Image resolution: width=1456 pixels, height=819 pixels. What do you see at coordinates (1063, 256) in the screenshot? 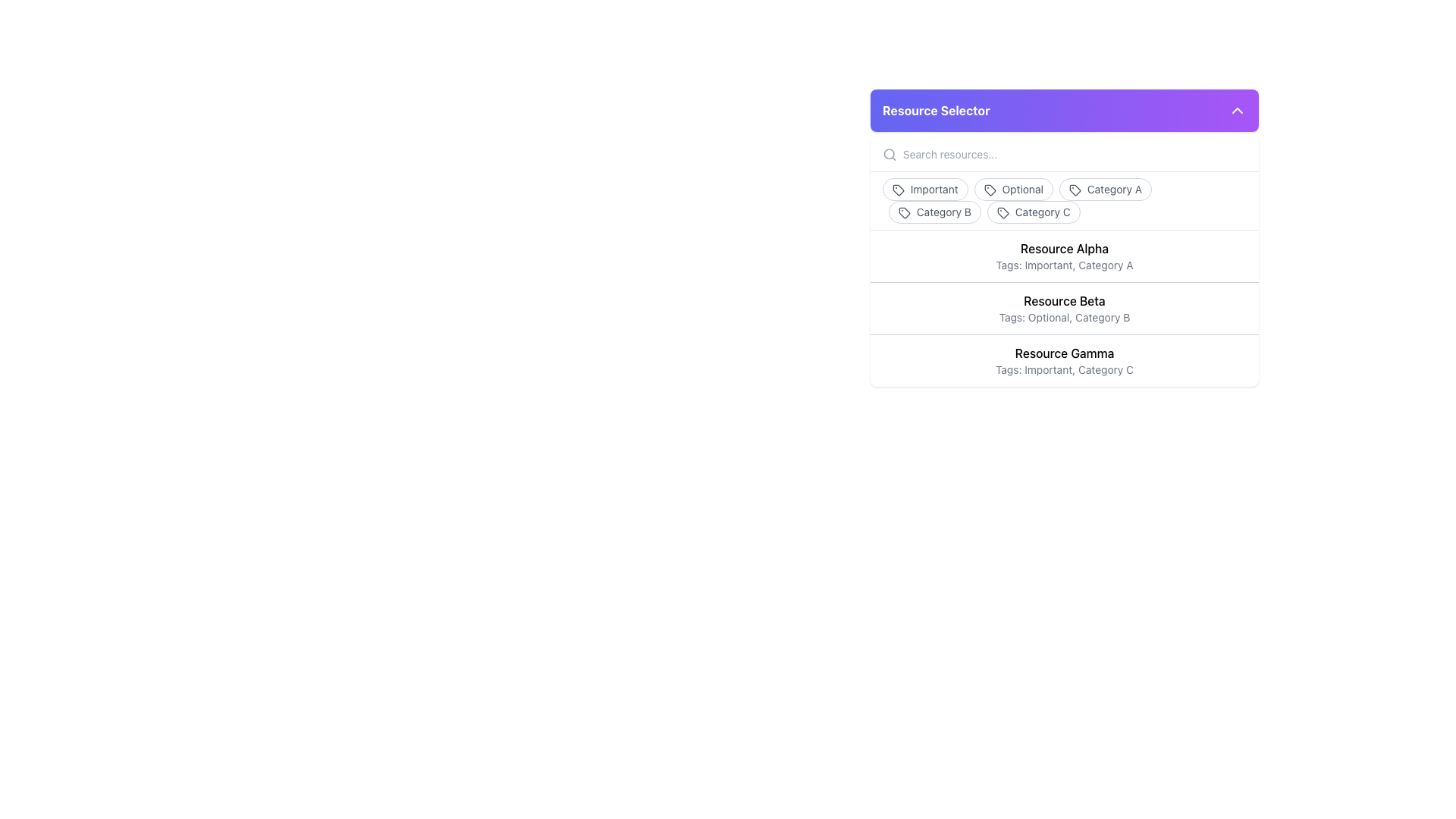
I see `the first selectable resource entry in the list, which displays its name and associated tags for identification` at bounding box center [1063, 256].